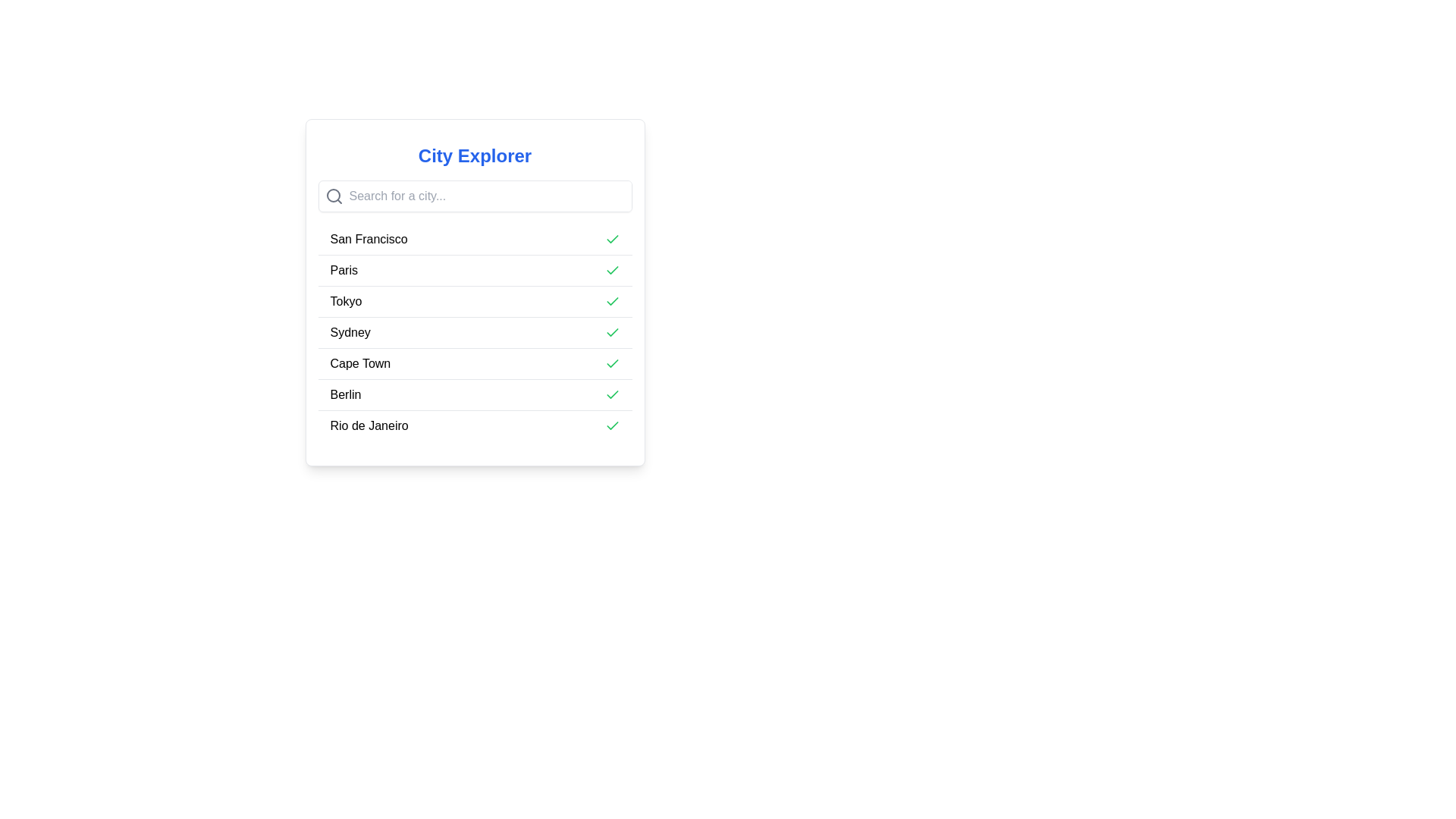  I want to click on the green checkmark icon located to the right of the list entry for 'Paris', so click(612, 270).